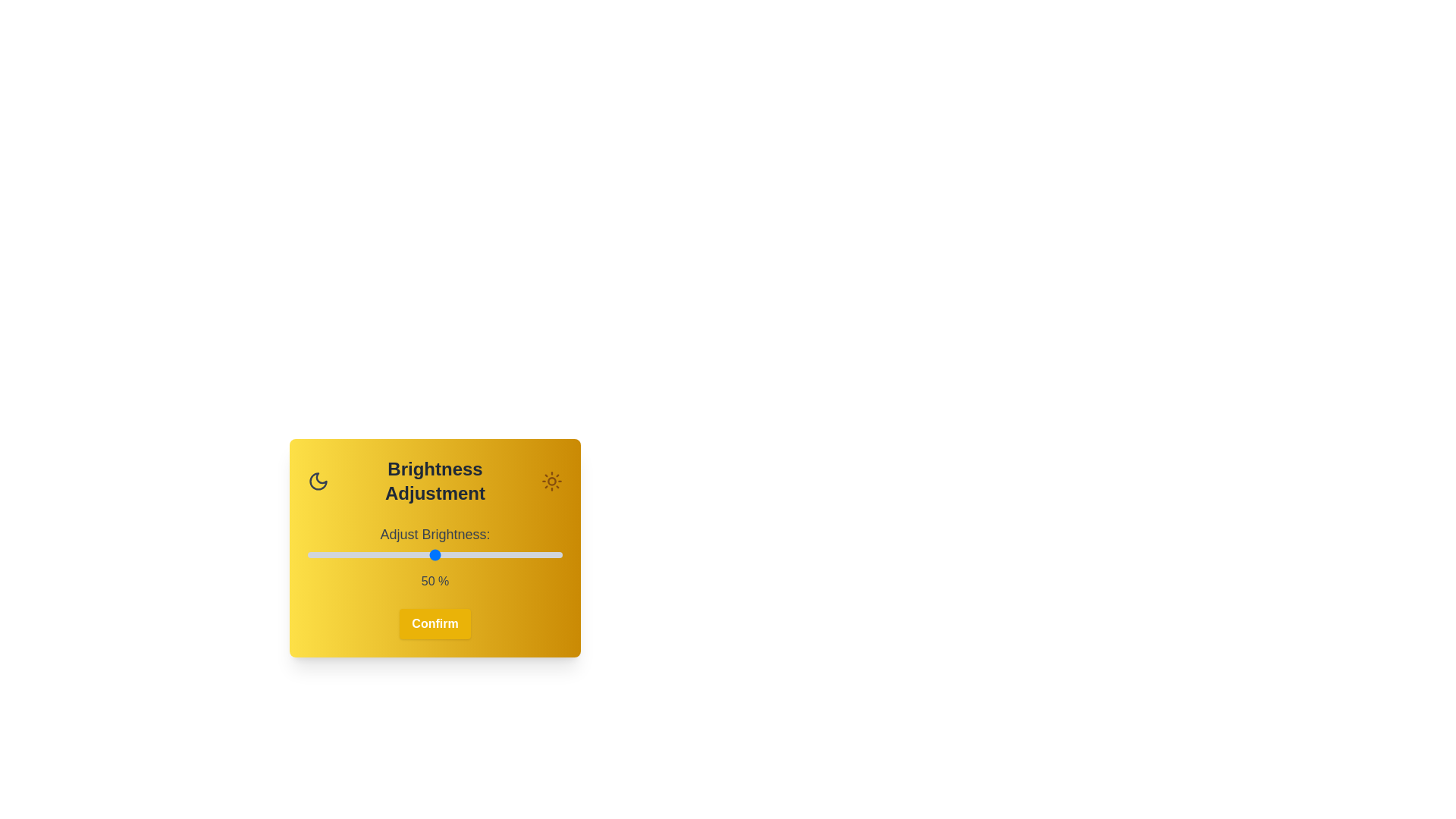 This screenshot has width=1456, height=819. I want to click on the 'Confirm' button, so click(435, 623).